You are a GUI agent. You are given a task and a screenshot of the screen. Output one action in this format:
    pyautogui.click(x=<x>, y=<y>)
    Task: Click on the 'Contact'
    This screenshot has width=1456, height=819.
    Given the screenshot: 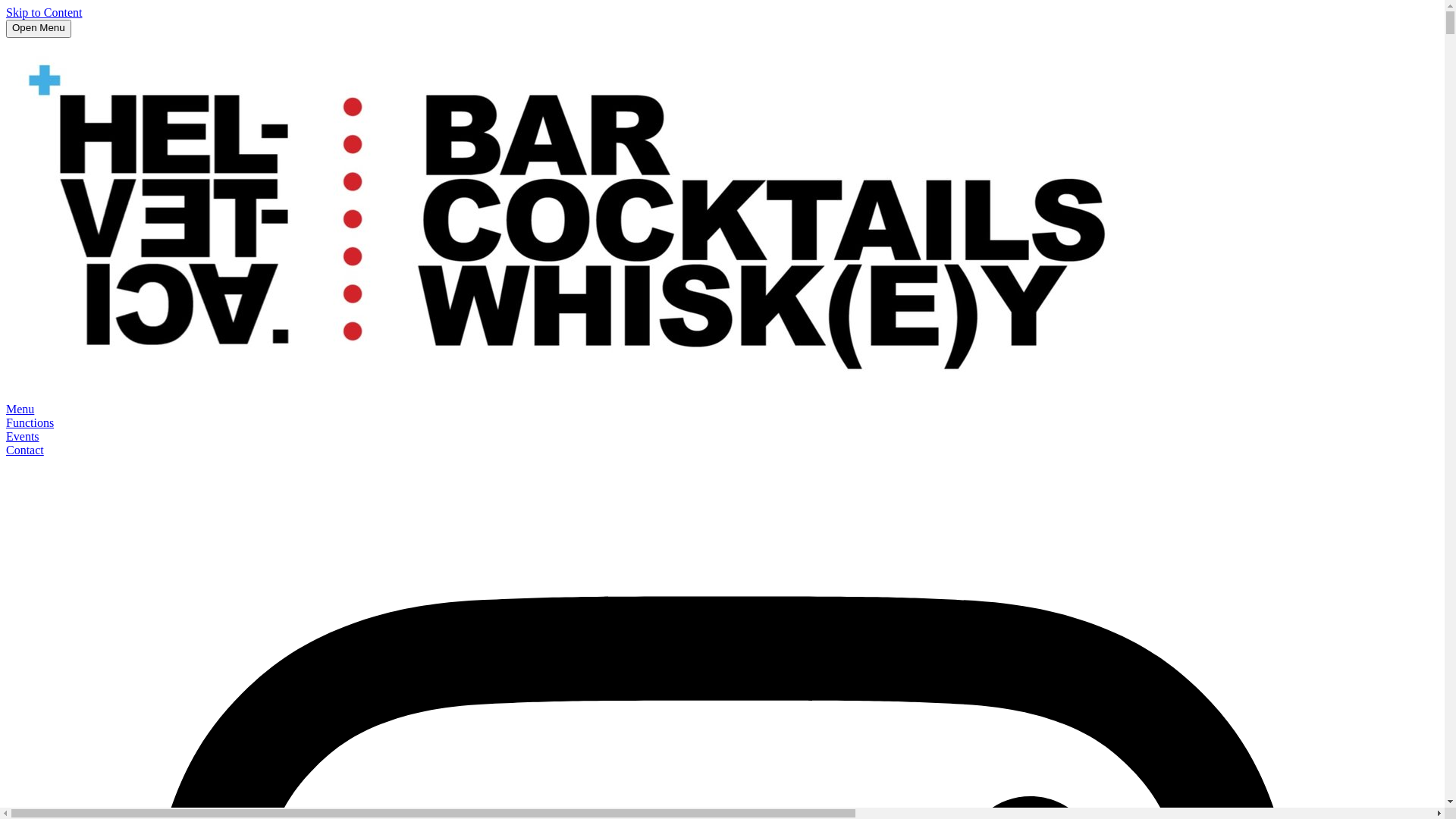 What is the action you would take?
    pyautogui.click(x=25, y=449)
    